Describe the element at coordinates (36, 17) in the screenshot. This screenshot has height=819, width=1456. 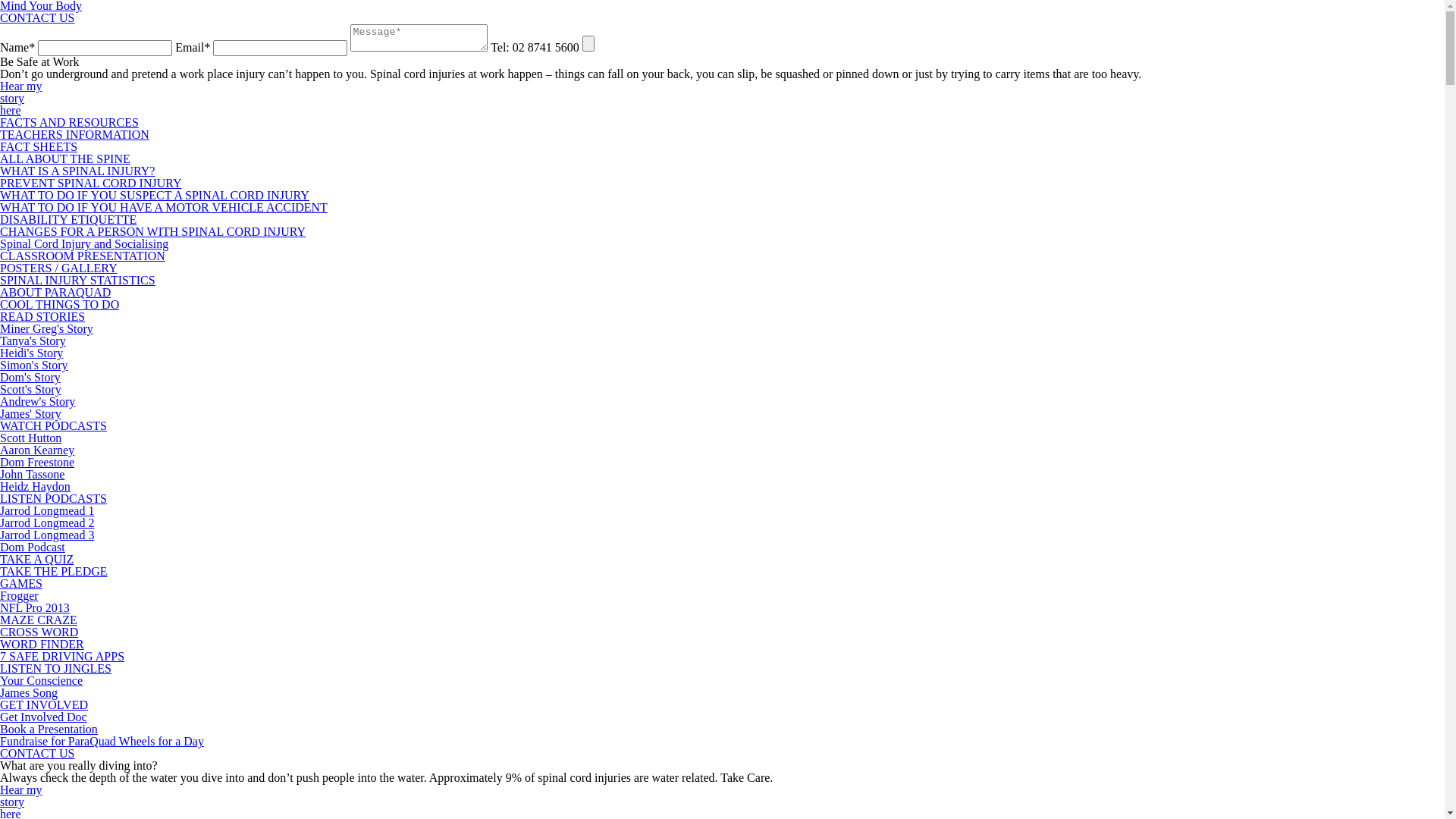
I see `'CONTACT US'` at that location.